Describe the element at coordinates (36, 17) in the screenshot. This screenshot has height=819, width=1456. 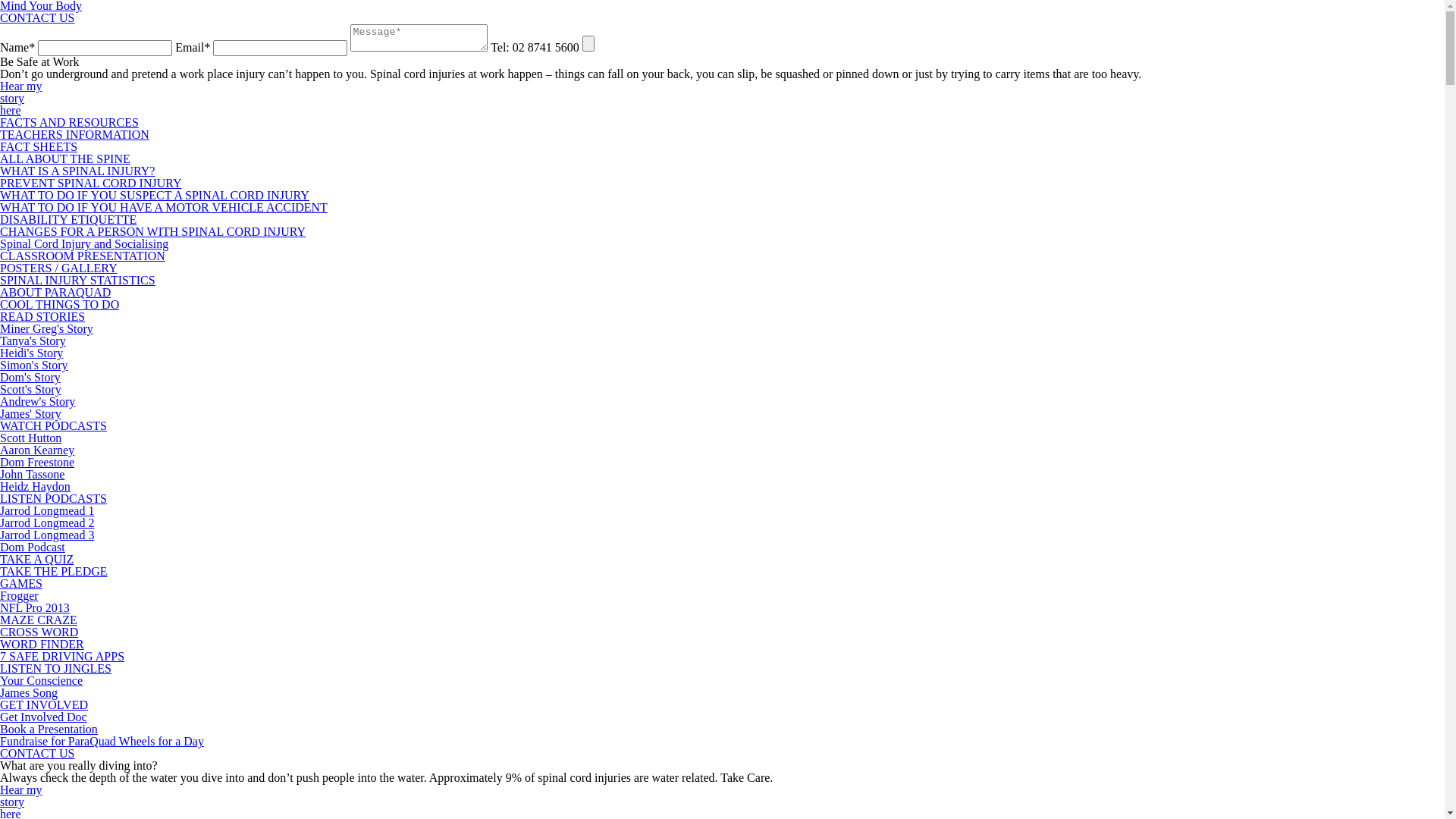
I see `'CONTACT US'` at that location.